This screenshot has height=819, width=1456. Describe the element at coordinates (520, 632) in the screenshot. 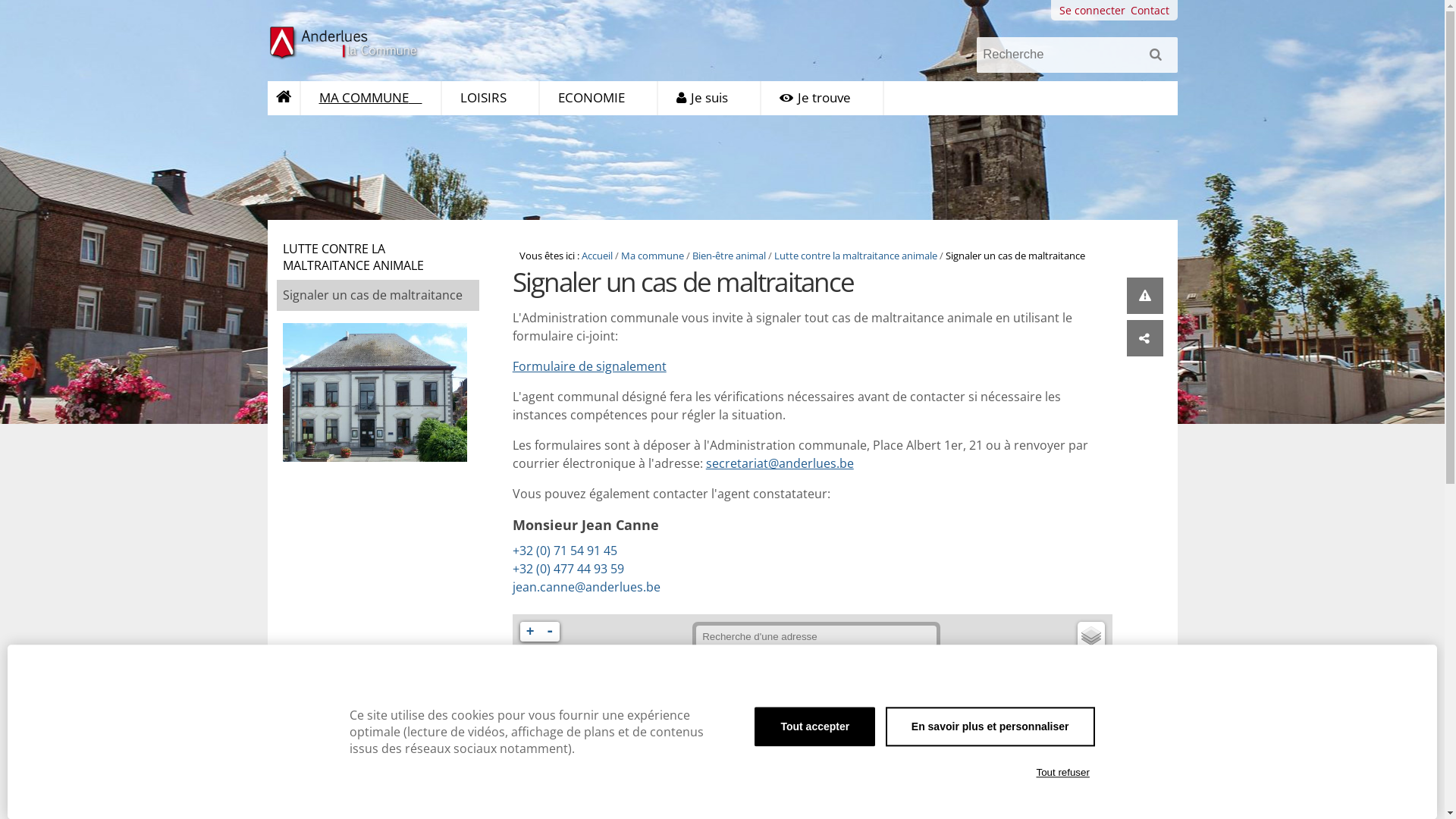

I see `'+'` at that location.